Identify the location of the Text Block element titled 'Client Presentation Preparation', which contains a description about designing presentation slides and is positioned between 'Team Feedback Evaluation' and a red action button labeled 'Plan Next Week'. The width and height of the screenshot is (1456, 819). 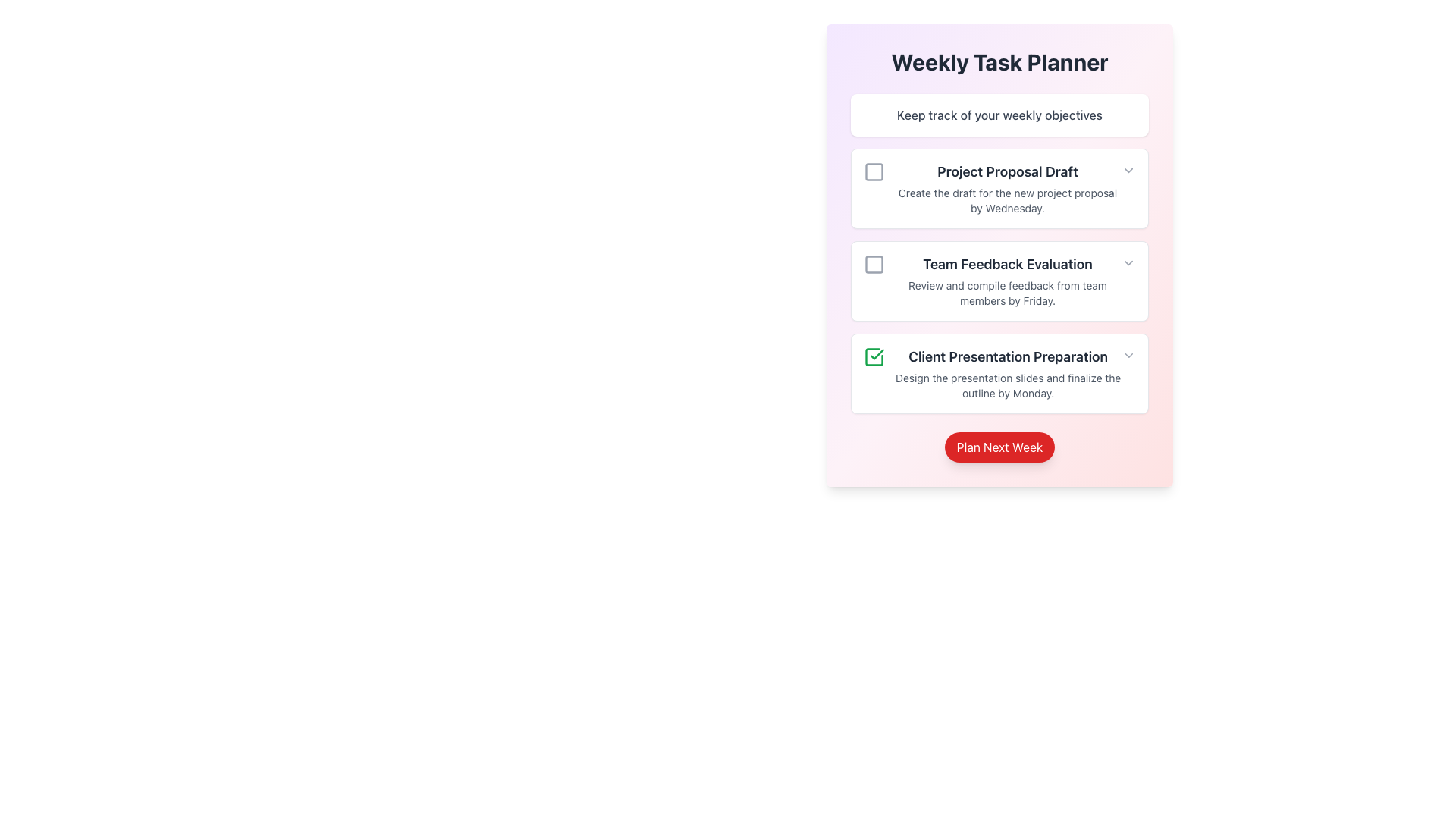
(1008, 374).